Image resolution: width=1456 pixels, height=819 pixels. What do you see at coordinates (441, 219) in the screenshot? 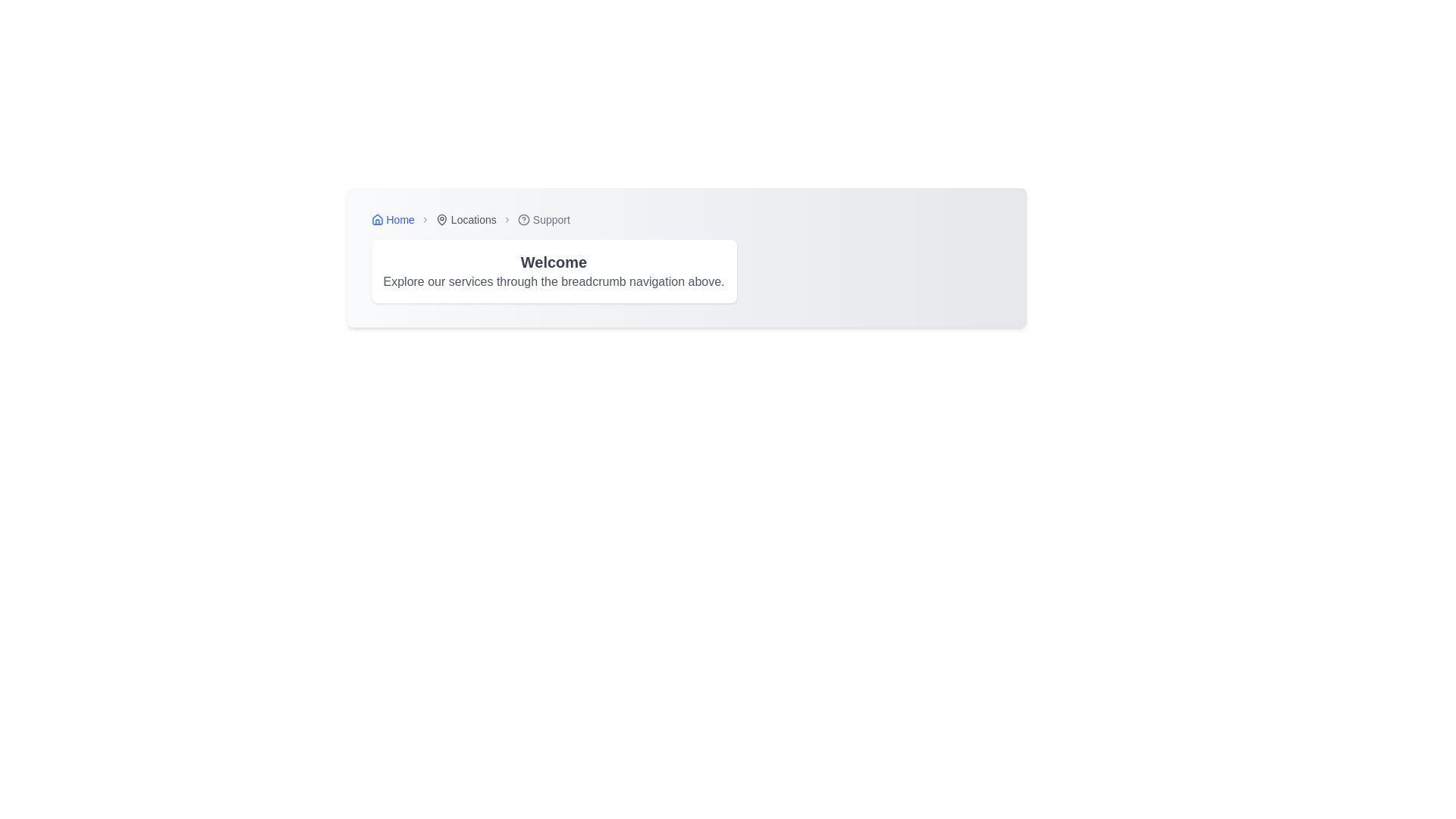
I see `the Map Pin icon located to the left of the 'Locations' label in the breadcrumb navigation bar` at bounding box center [441, 219].